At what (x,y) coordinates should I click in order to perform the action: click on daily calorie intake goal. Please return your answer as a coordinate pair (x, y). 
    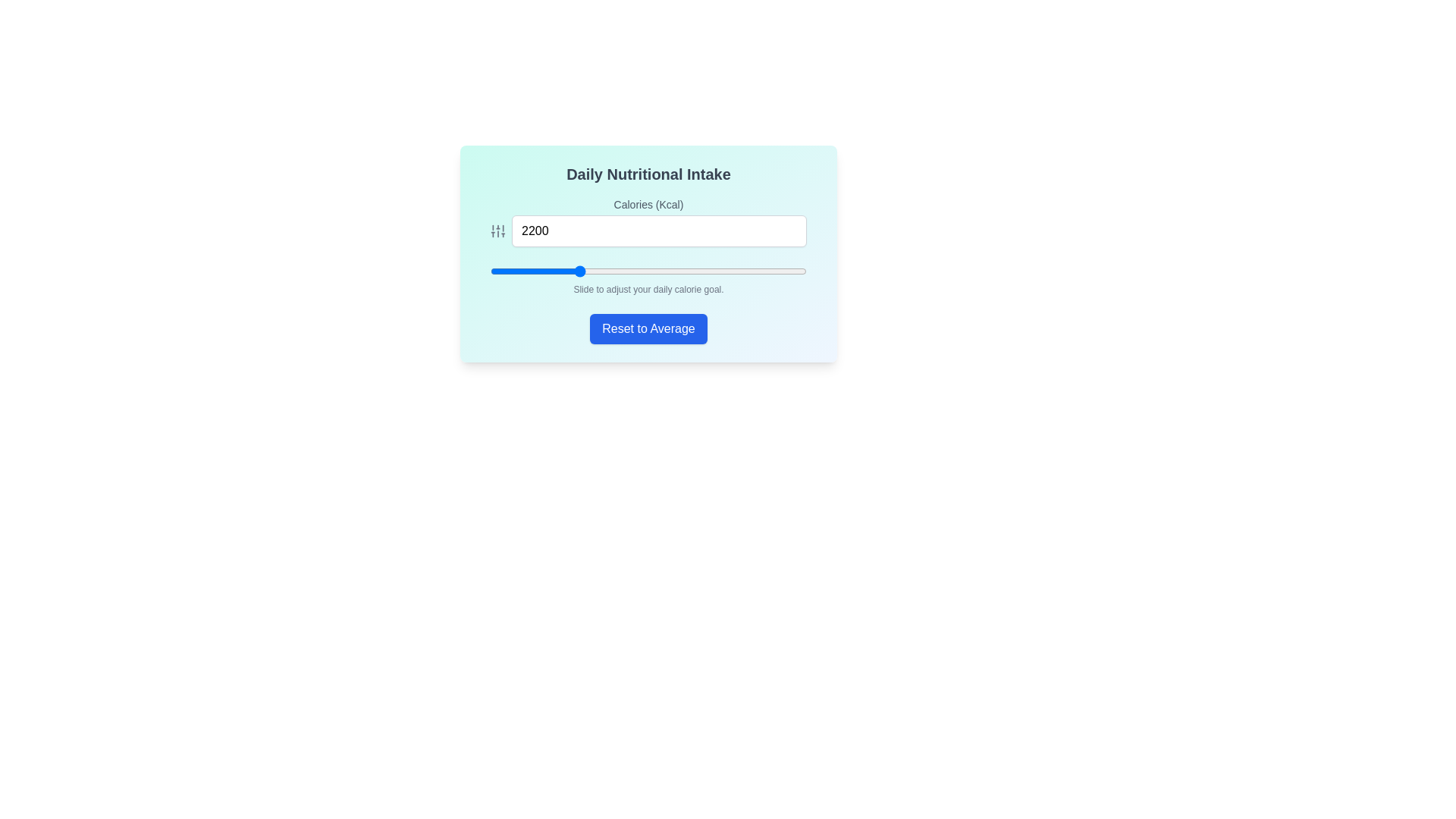
    Looking at the image, I should click on (516, 271).